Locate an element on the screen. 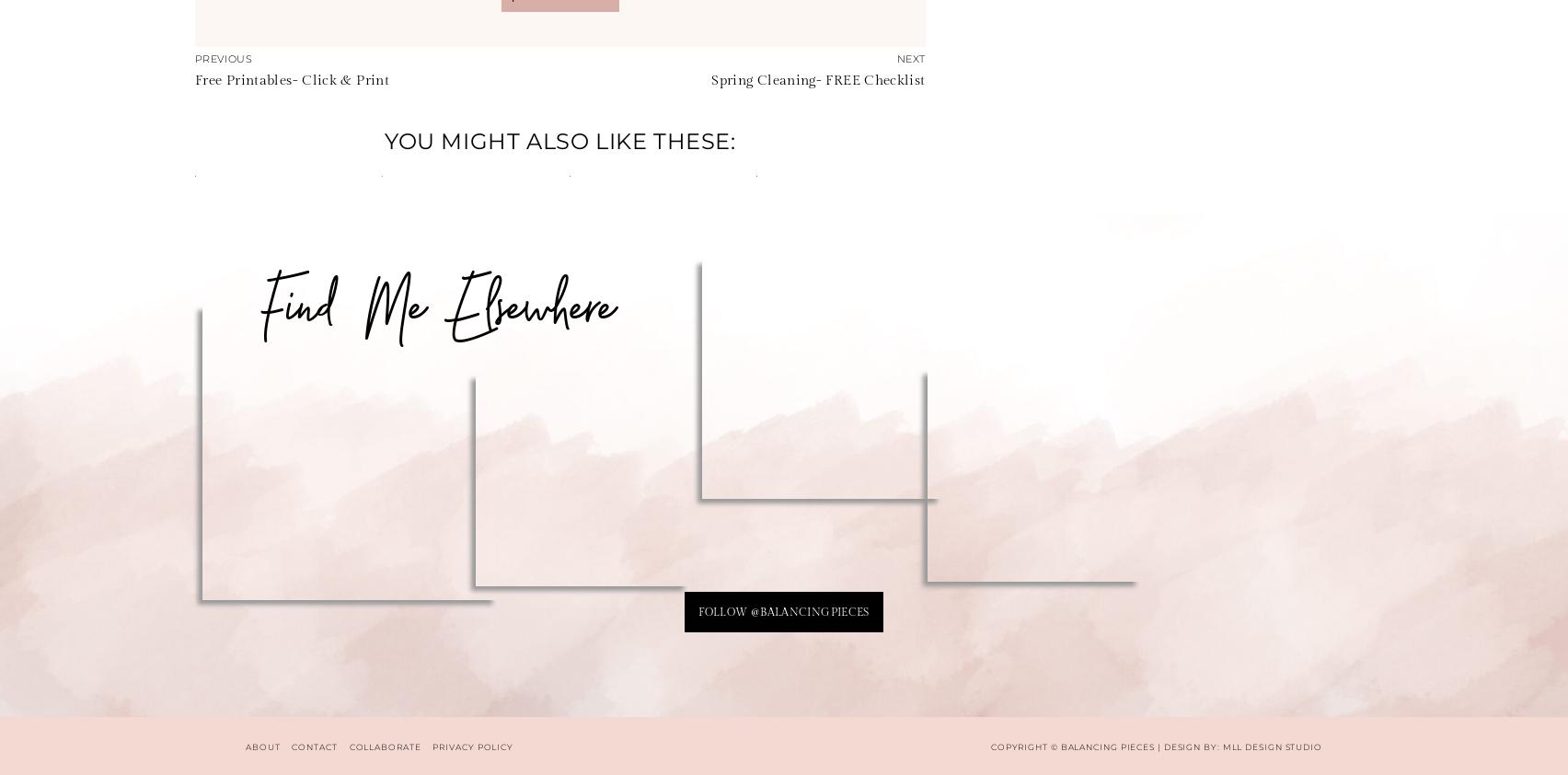  'COLLABORATE' is located at coordinates (383, 746).